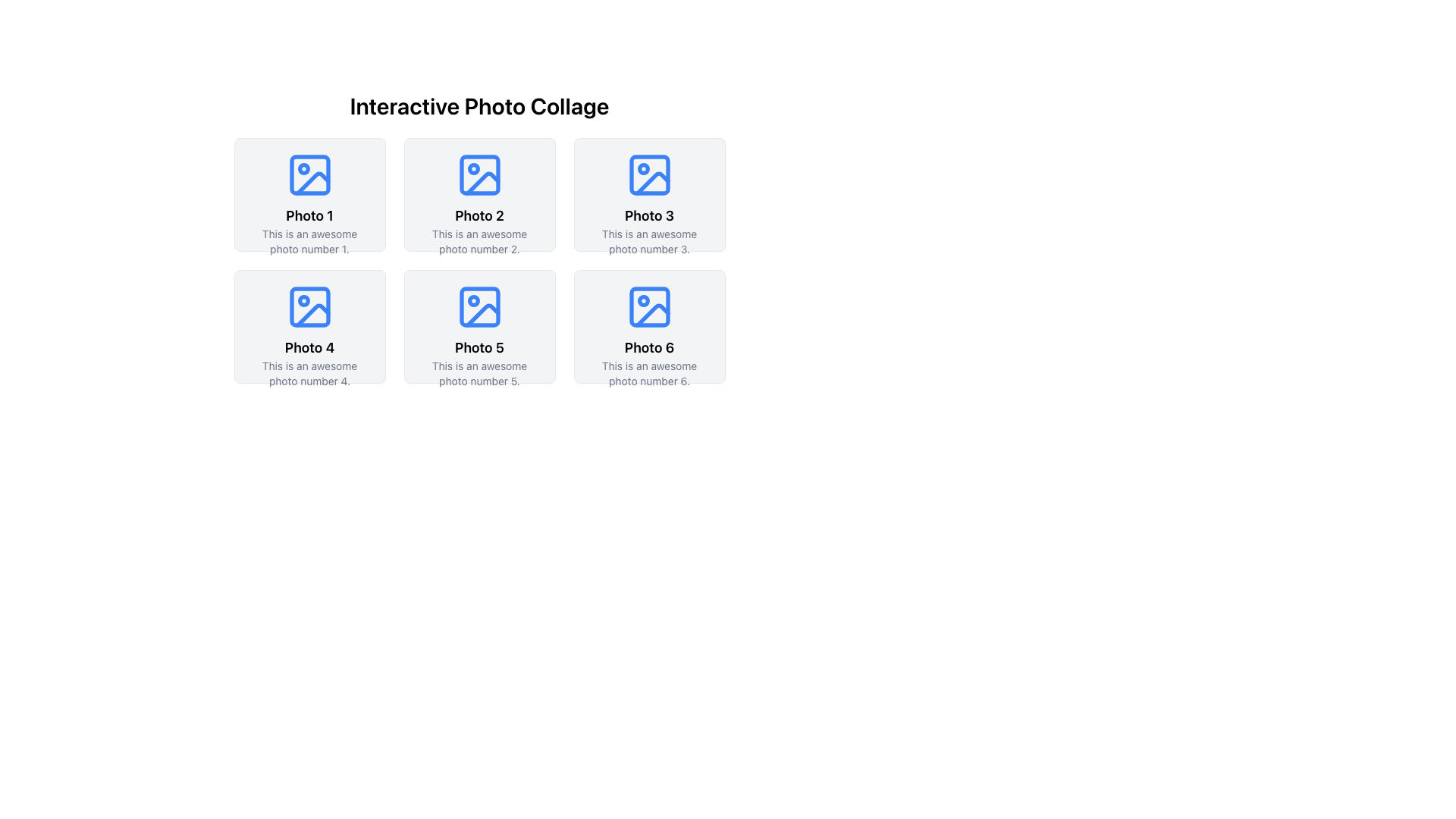  I want to click on the photo icon located in the second card of the 'Interactive Photo Collage' grid layout, which is centered above the text 'Photo 2' and 'This is an awesome photo number 2.', so click(479, 174).